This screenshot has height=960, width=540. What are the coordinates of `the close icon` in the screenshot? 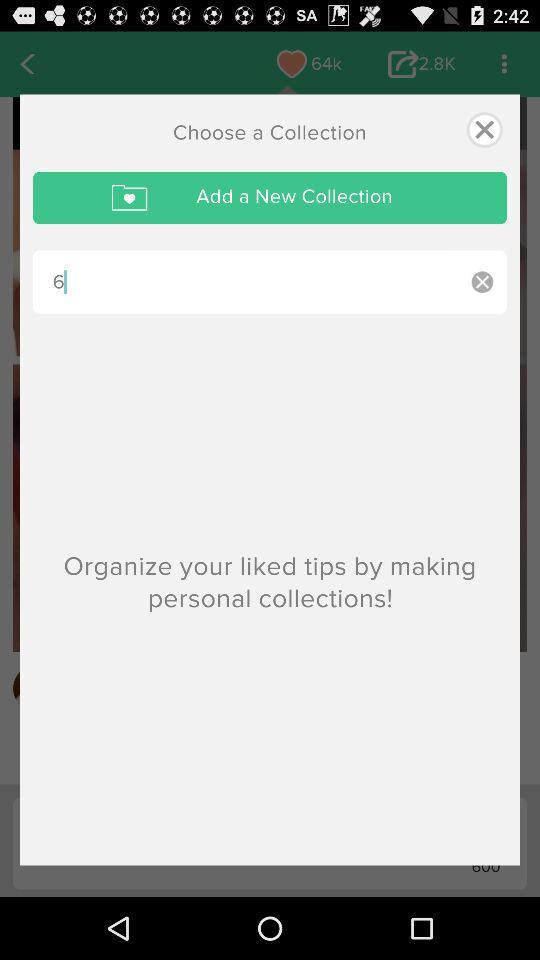 It's located at (483, 133).